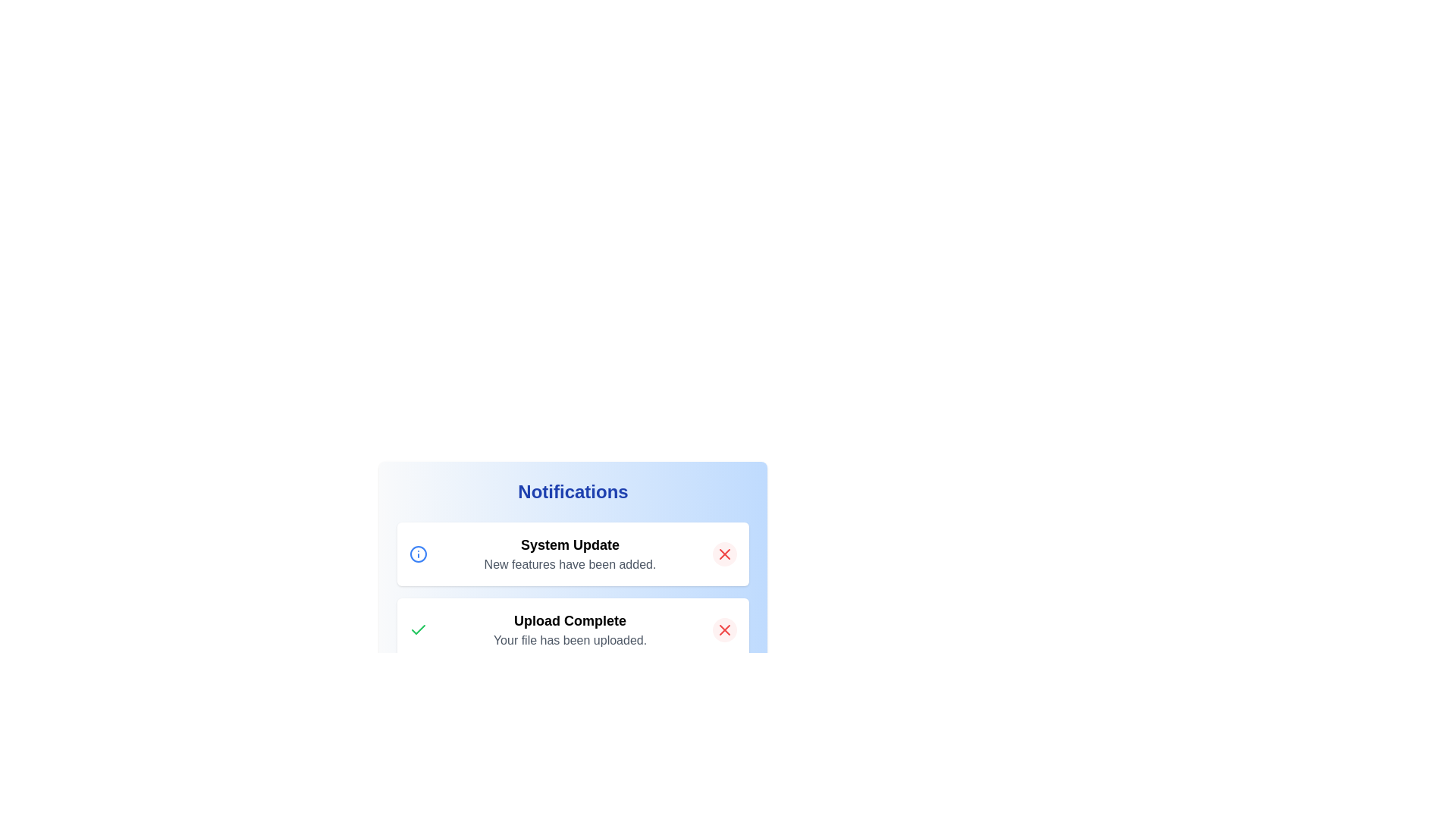 This screenshot has height=819, width=1456. I want to click on the text label that reads 'New features have been added.' located in the notifications section beneath the 'System Update' heading, so click(570, 564).